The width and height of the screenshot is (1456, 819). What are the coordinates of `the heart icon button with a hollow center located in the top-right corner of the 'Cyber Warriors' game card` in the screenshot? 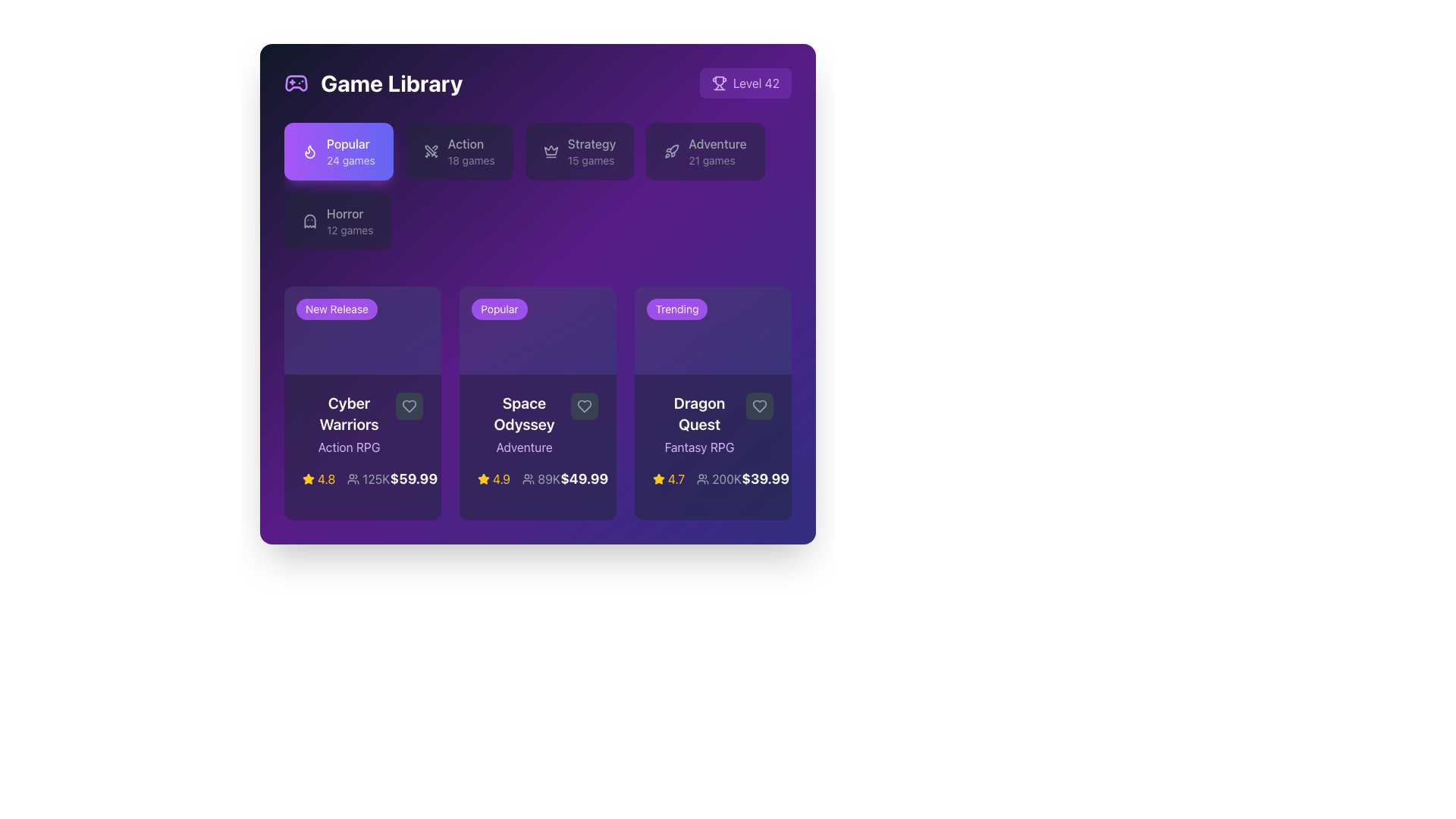 It's located at (409, 406).